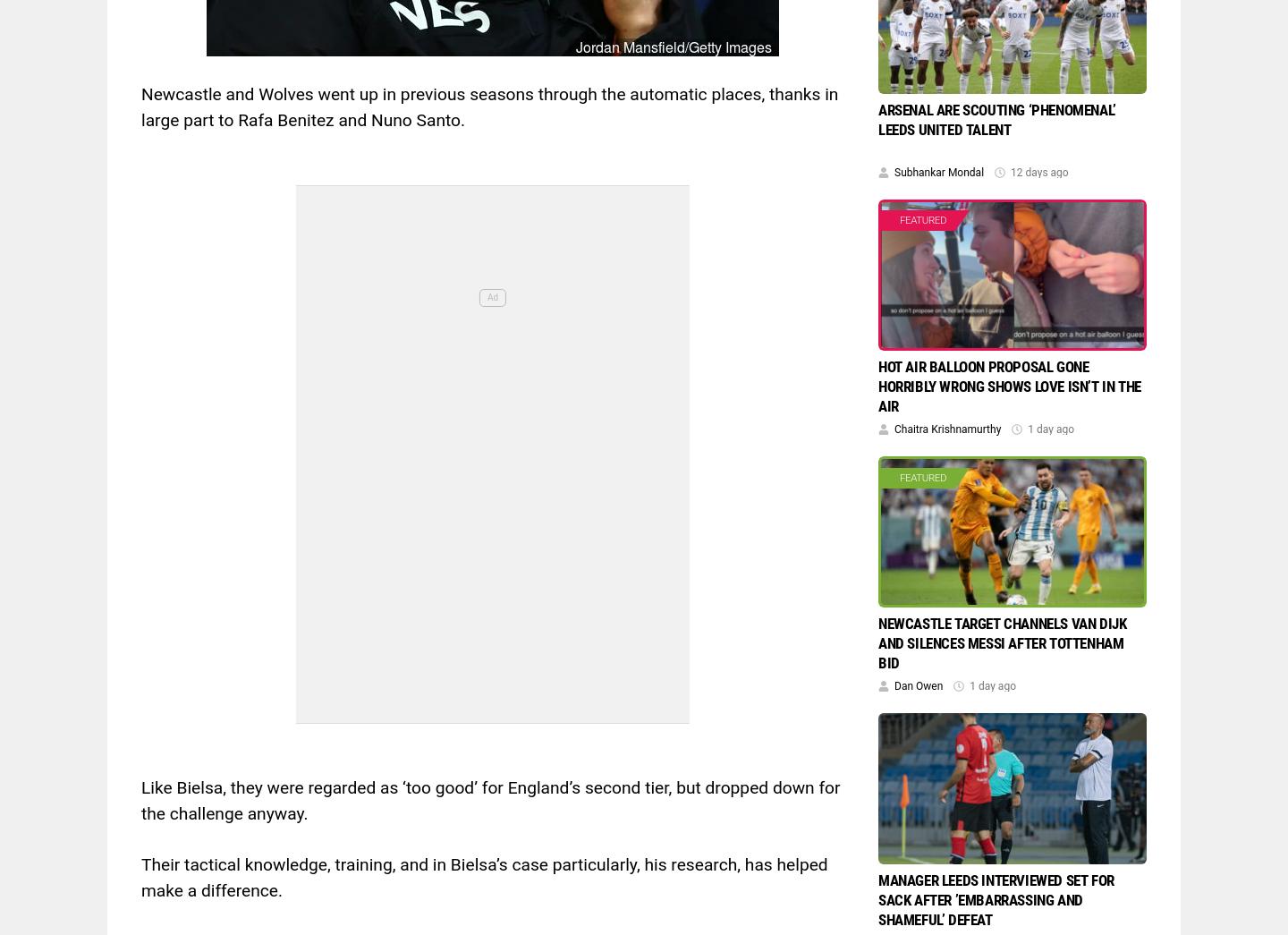  Describe the element at coordinates (939, 171) in the screenshot. I see `'Subhankar Mondal'` at that location.